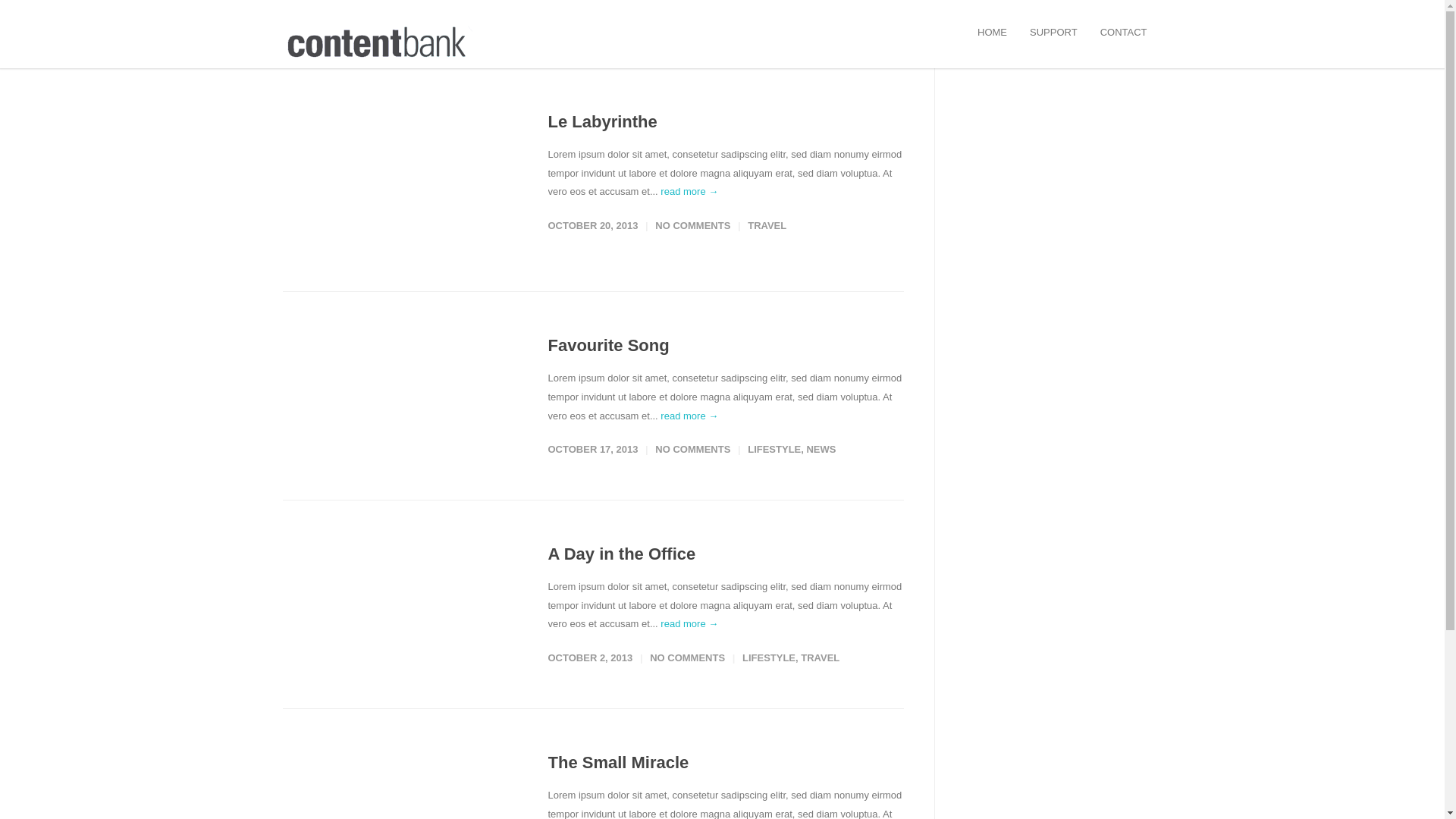  What do you see at coordinates (1018, 32) in the screenshot?
I see `'SUPPORT'` at bounding box center [1018, 32].